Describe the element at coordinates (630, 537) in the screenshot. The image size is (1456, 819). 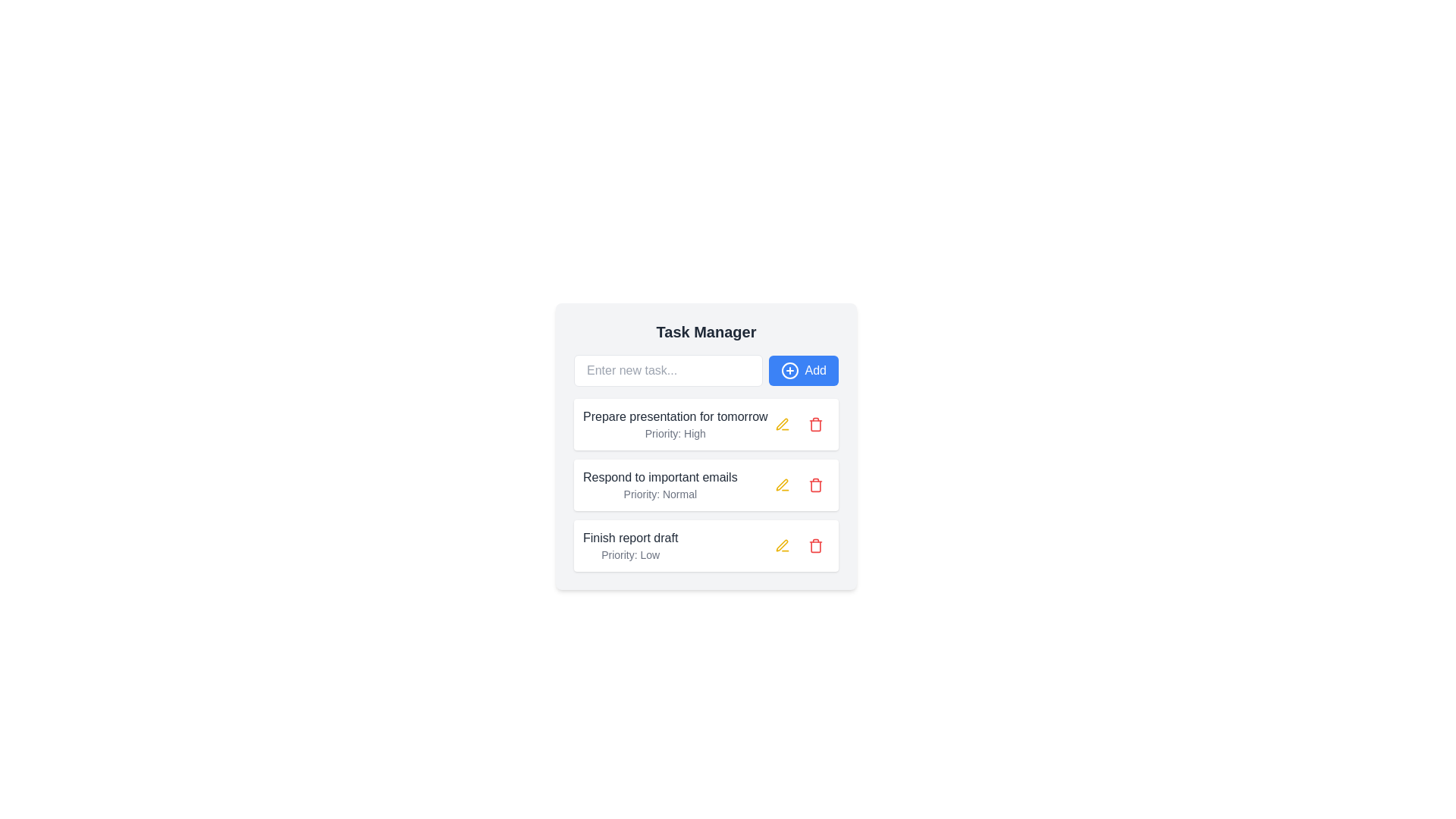
I see `the task title label displaying 'Finish report draft'` at that location.